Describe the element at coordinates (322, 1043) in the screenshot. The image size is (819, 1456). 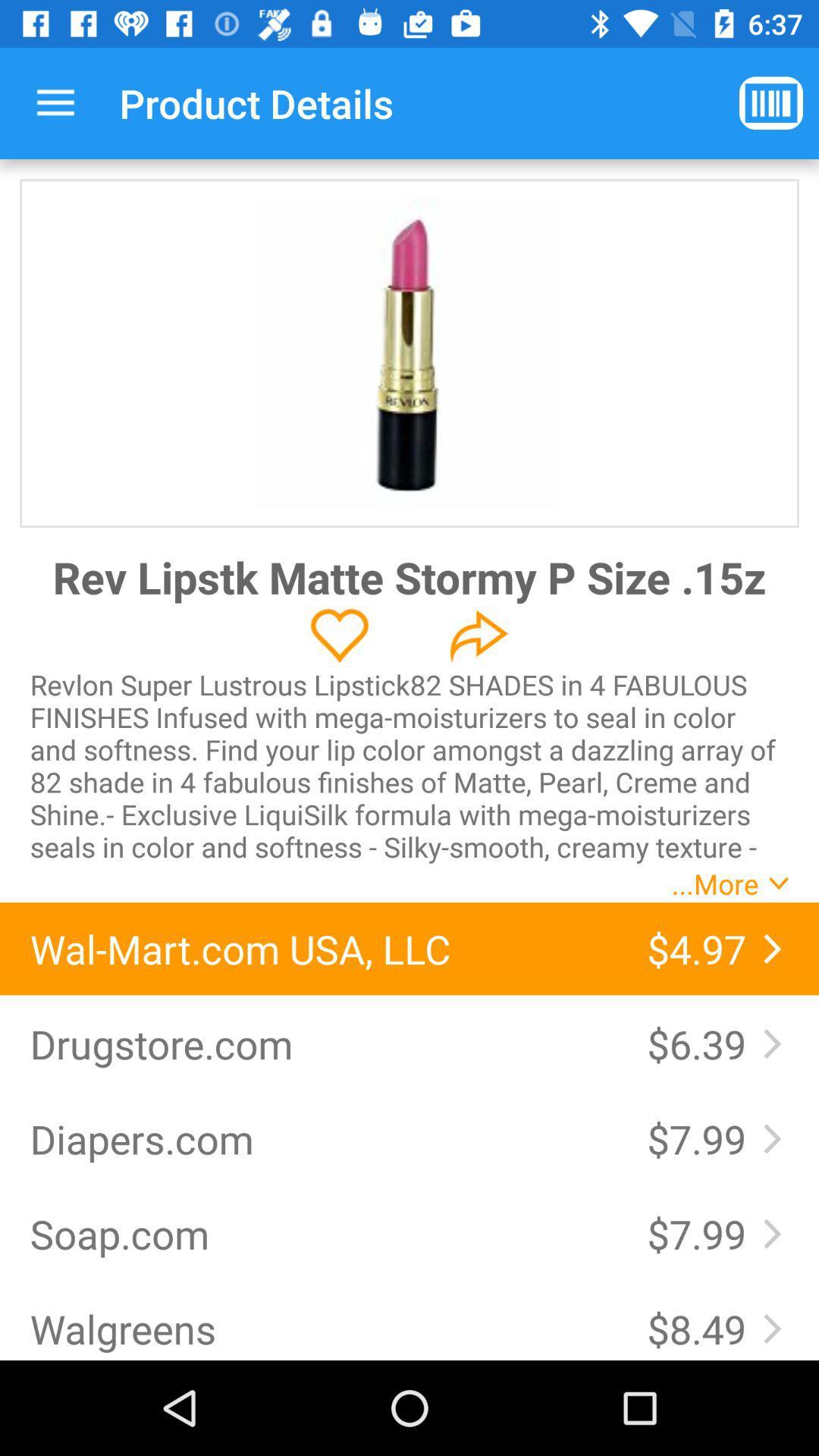
I see `the icon below the wal mart com icon` at that location.